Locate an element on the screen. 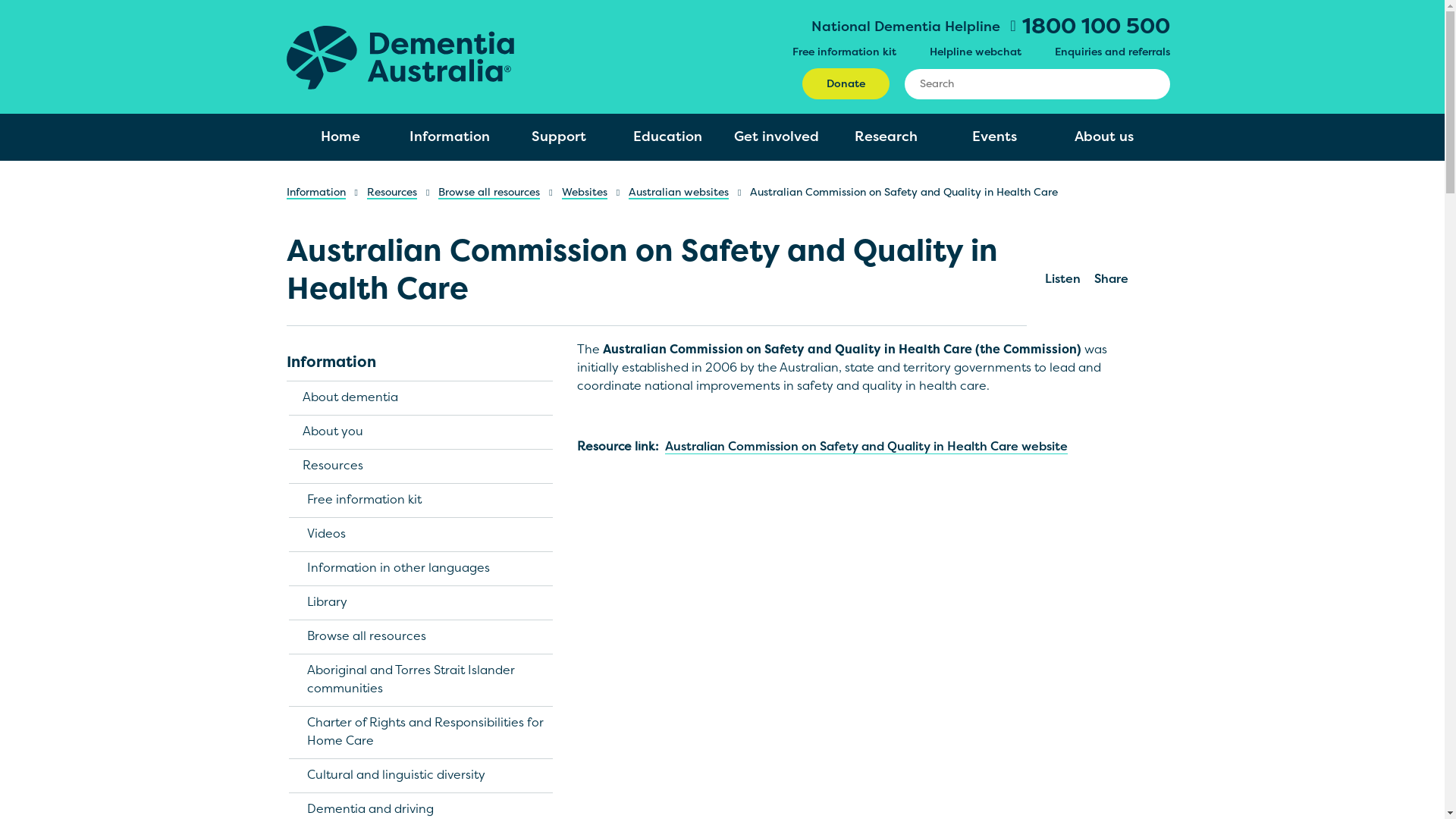 The height and width of the screenshot is (819, 1456). 'Browse all resources' is located at coordinates (488, 193).